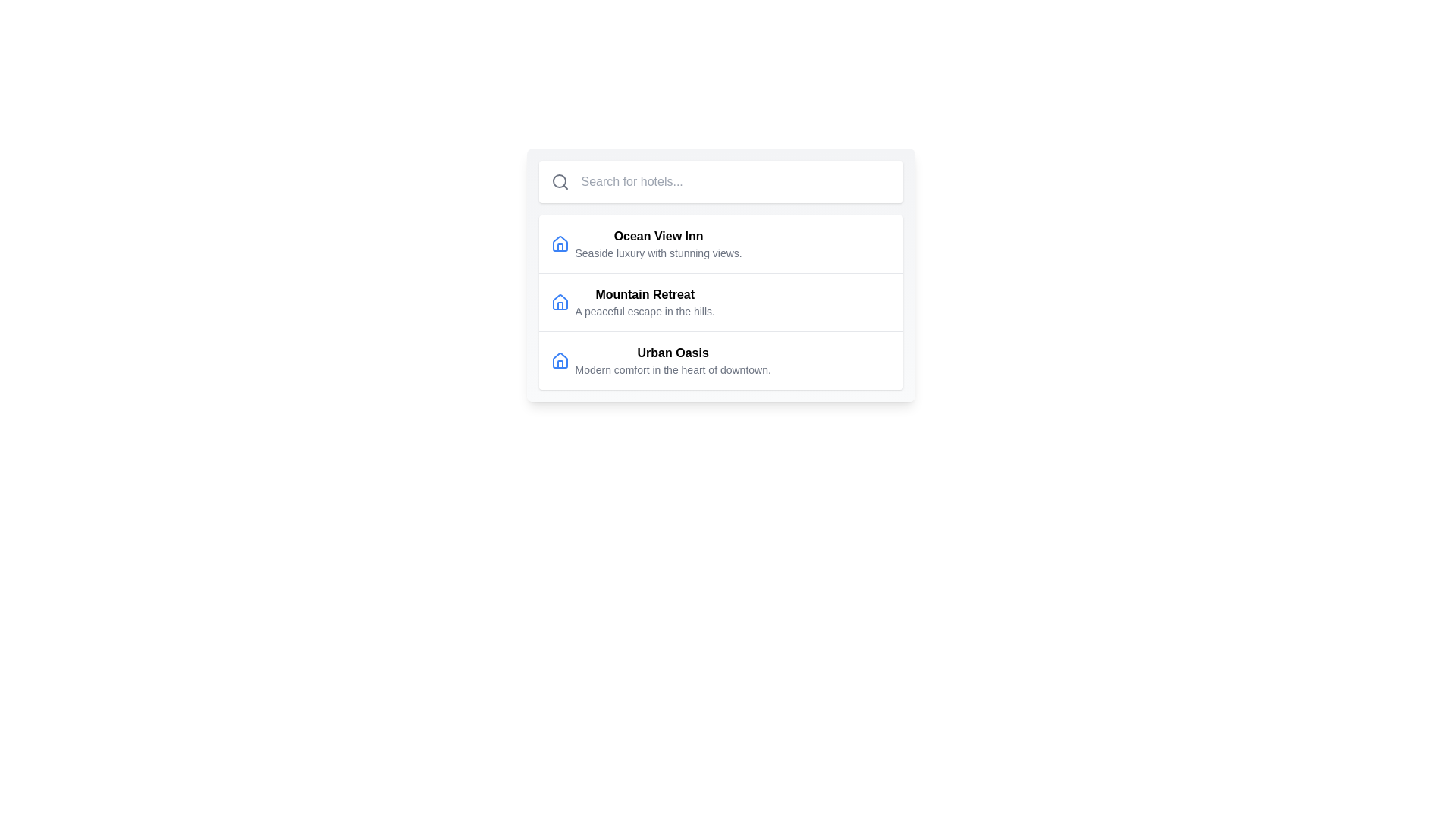 This screenshot has width=1456, height=819. What do you see at coordinates (559, 180) in the screenshot?
I see `the gray magnifying glass icon with a circular handle, which is positioned to the left of the 'Search for hotels...' text input field` at bounding box center [559, 180].